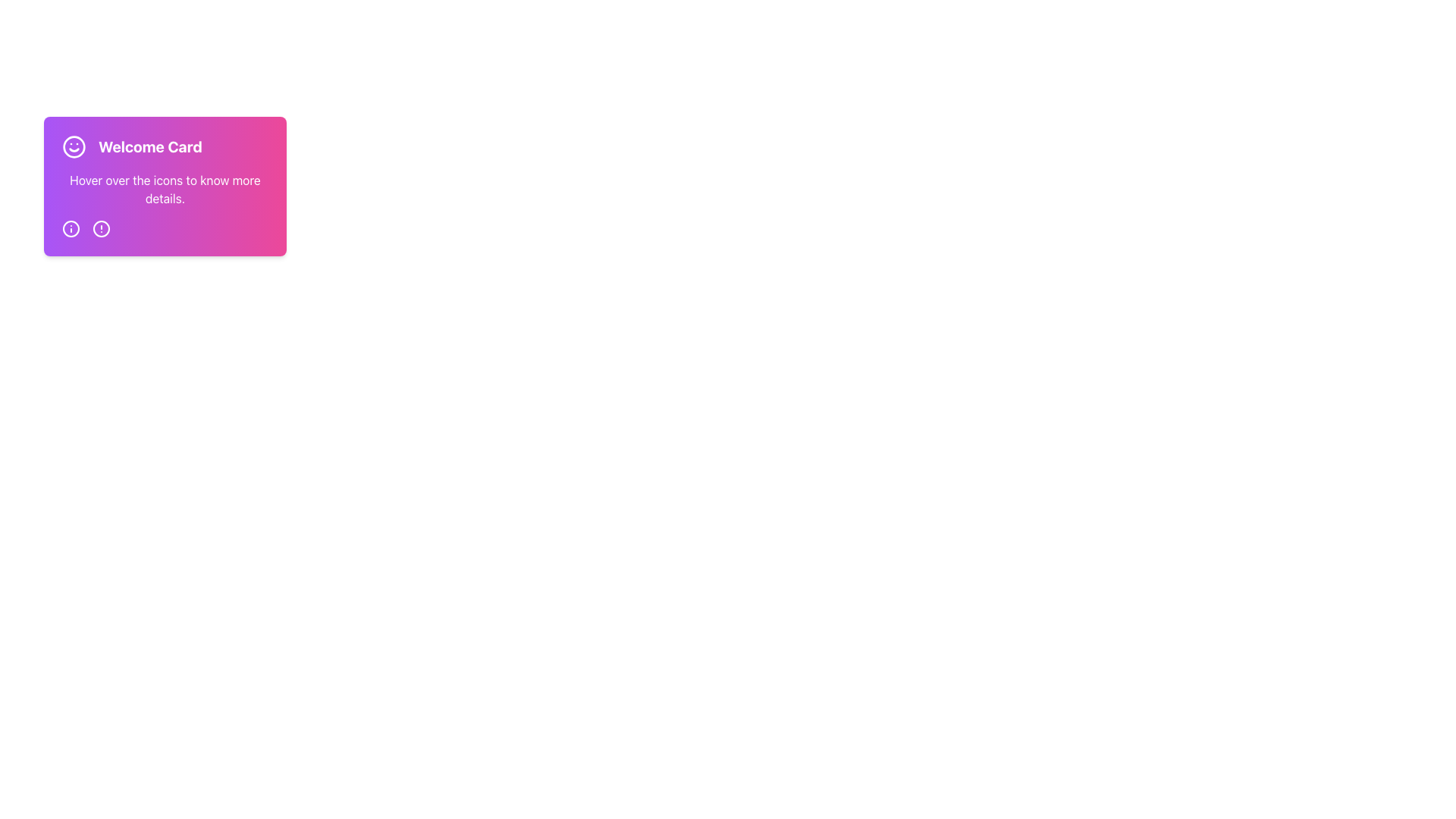 This screenshot has width=1456, height=819. What do you see at coordinates (101, 228) in the screenshot?
I see `the second circular icon with an alert symbol at the bottom of the 'Welcome Card'` at bounding box center [101, 228].